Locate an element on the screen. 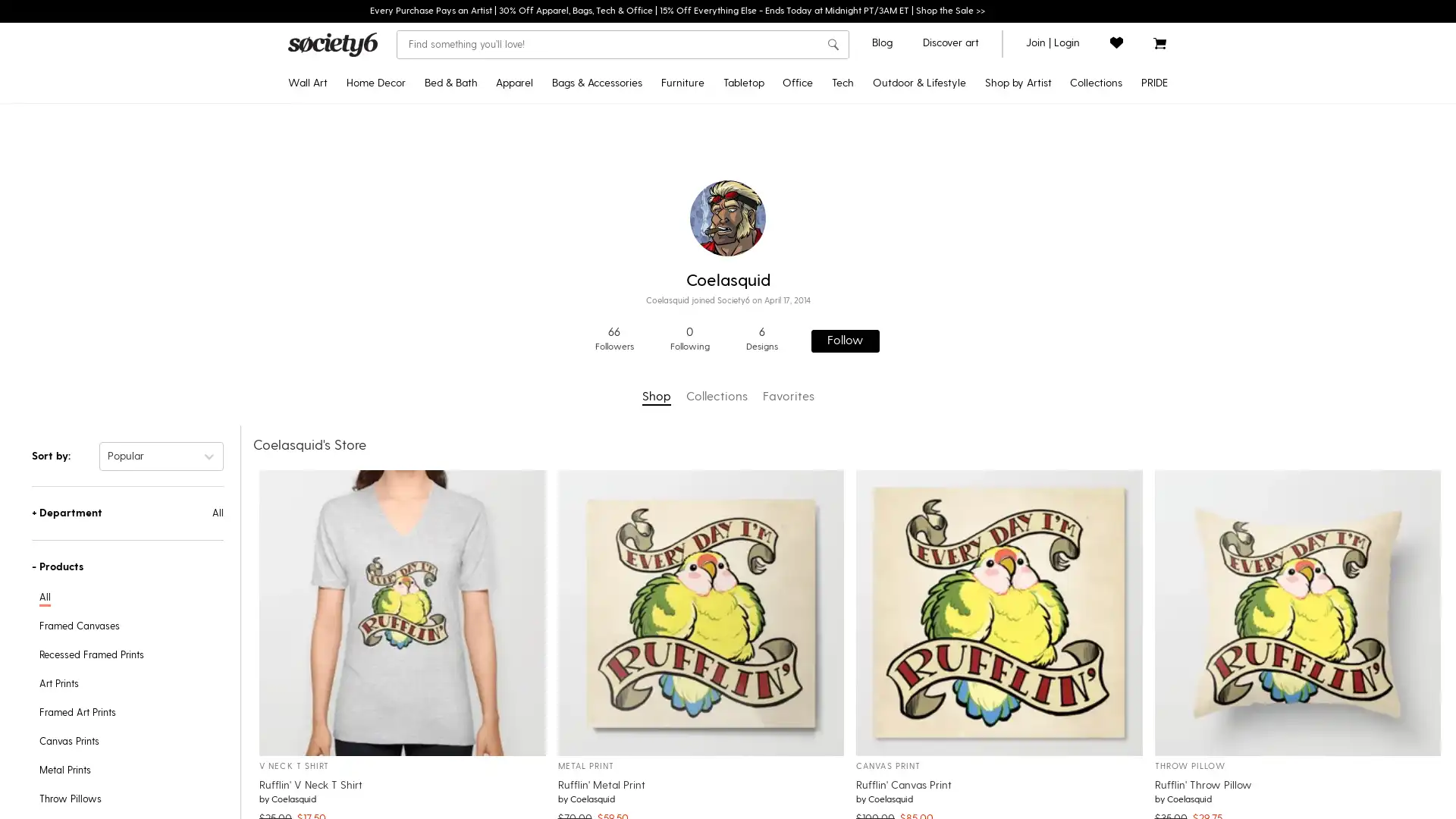 Image resolution: width=1456 pixels, height=819 pixels. Gifts for Grads is located at coordinates (1040, 146).